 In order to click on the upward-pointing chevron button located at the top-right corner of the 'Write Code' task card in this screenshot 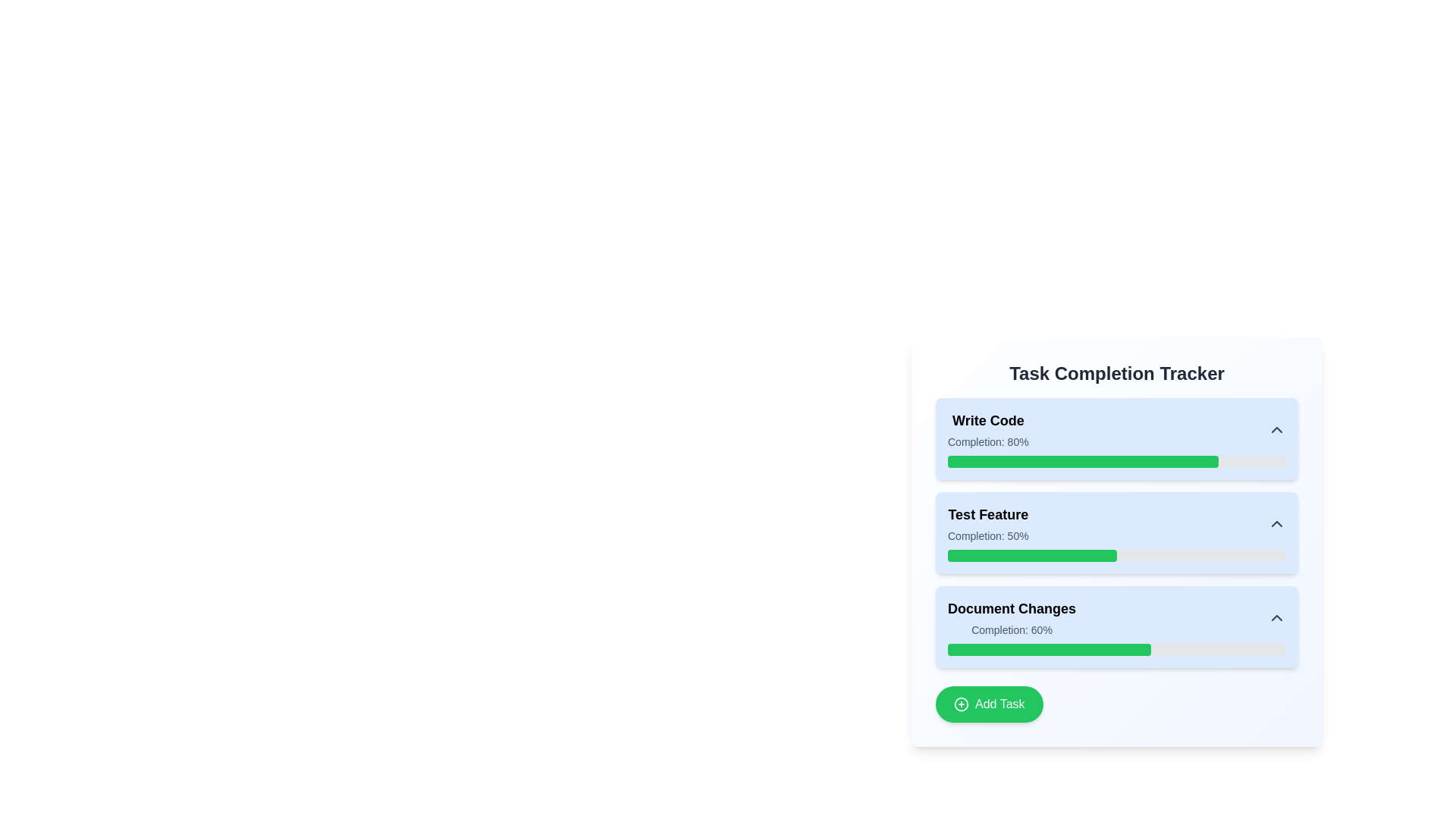, I will do `click(1276, 430)`.